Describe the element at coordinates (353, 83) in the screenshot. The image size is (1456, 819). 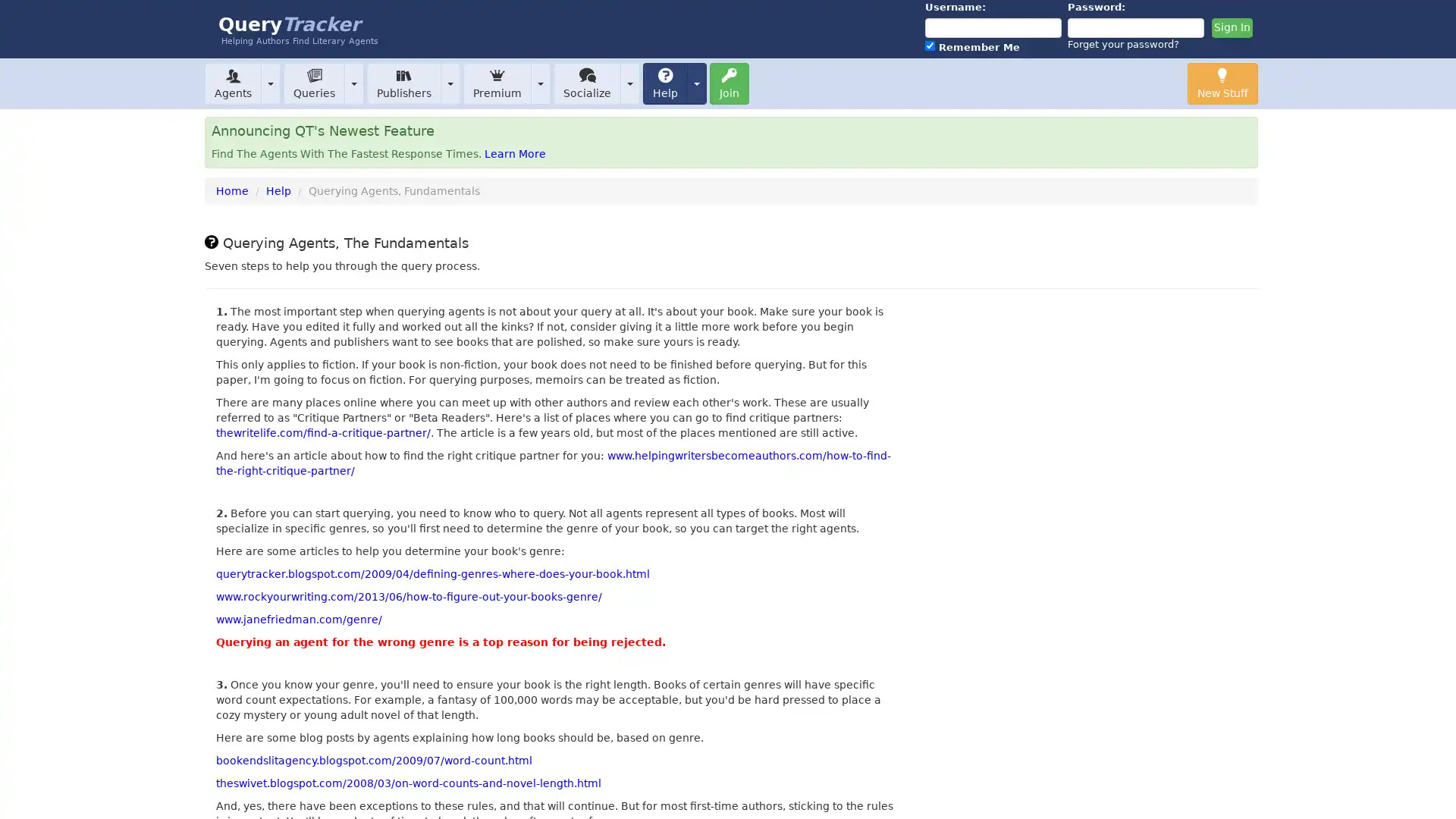
I see `Toggle Dropdown` at that location.